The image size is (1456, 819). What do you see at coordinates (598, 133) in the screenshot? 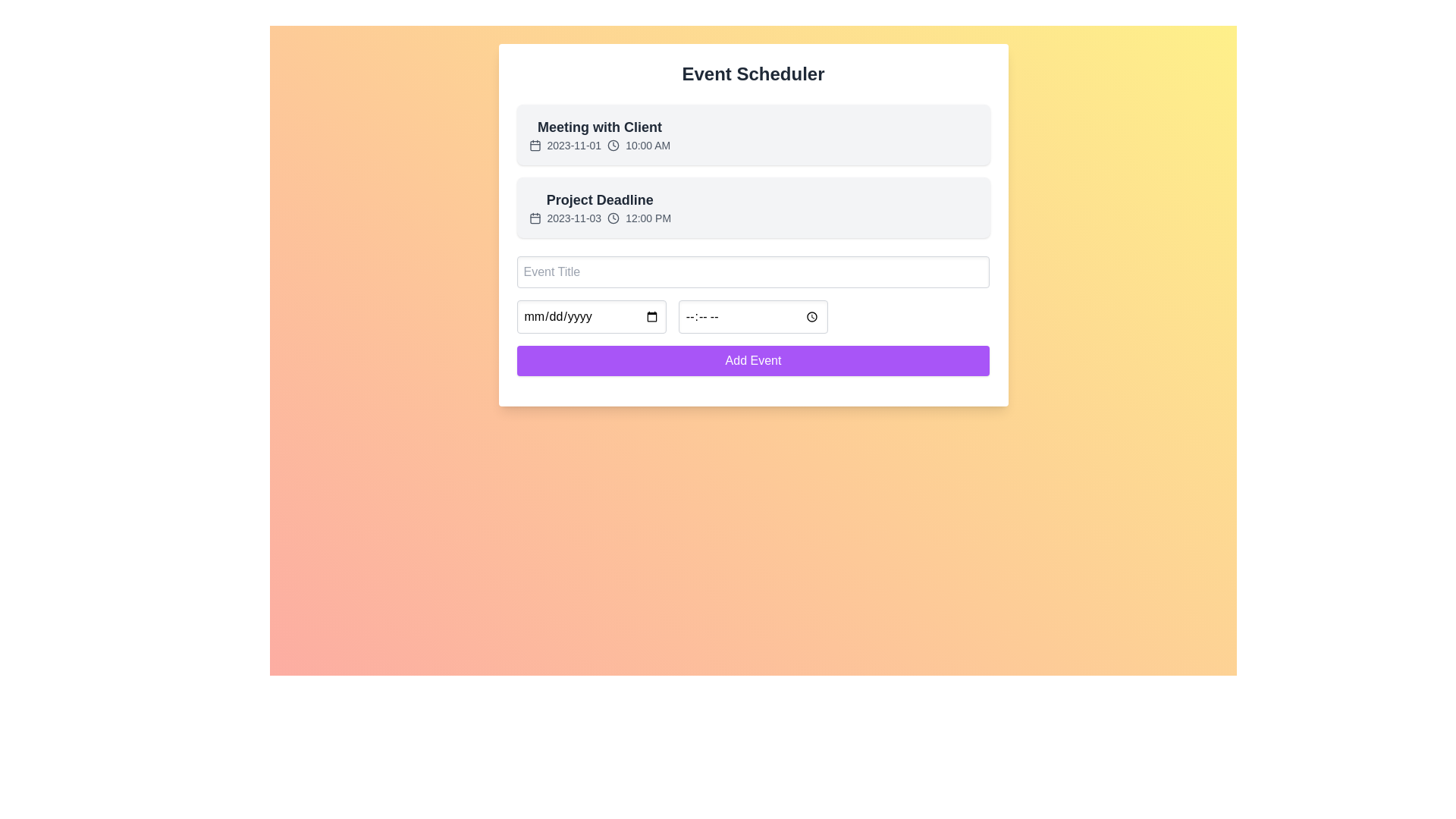
I see `the scheduled meeting element titled 'Meeting with Client' to possibly reveal tooltips` at bounding box center [598, 133].